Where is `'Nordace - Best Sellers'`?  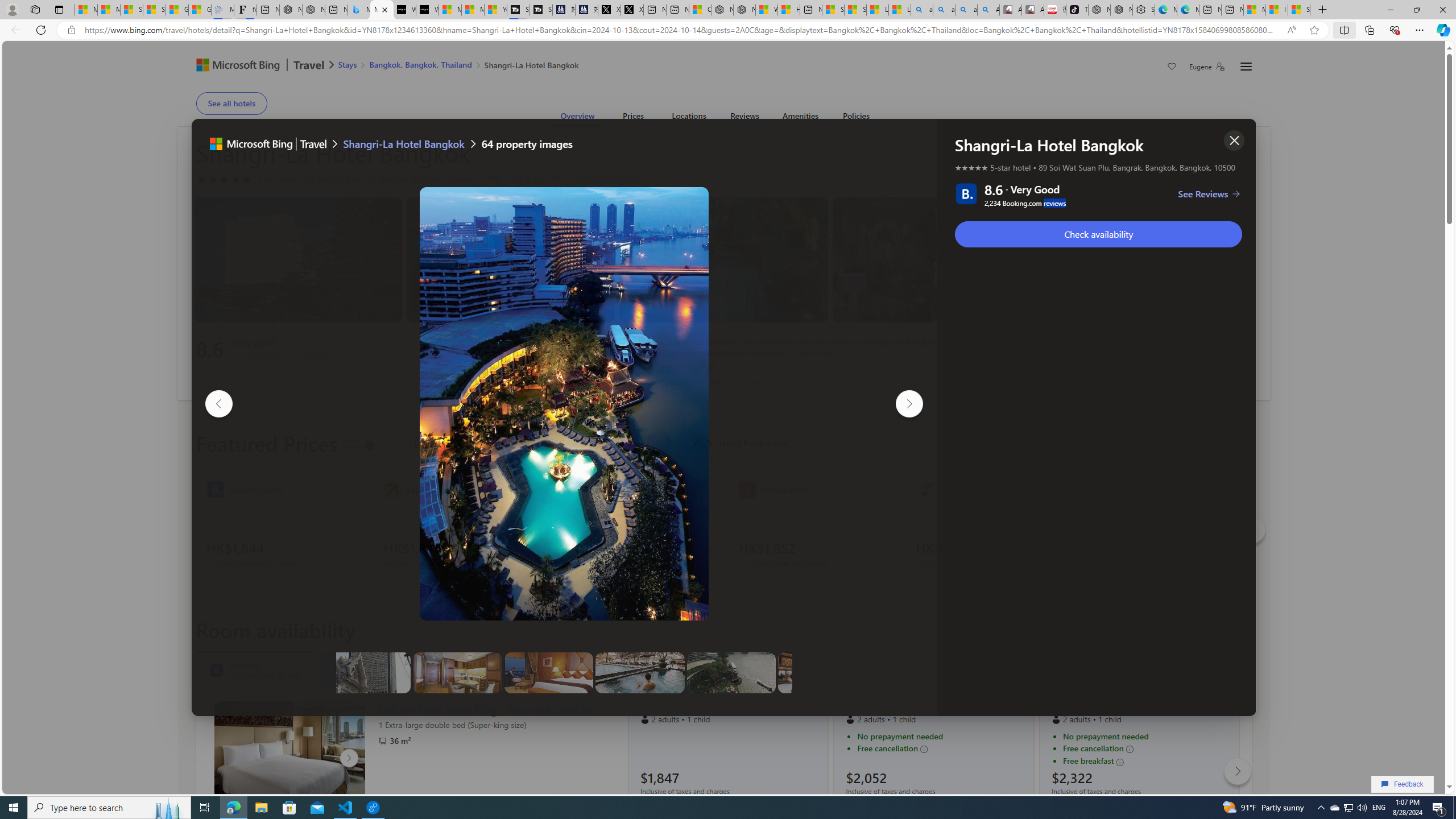
'Nordace - Best Sellers' is located at coordinates (1099, 9).